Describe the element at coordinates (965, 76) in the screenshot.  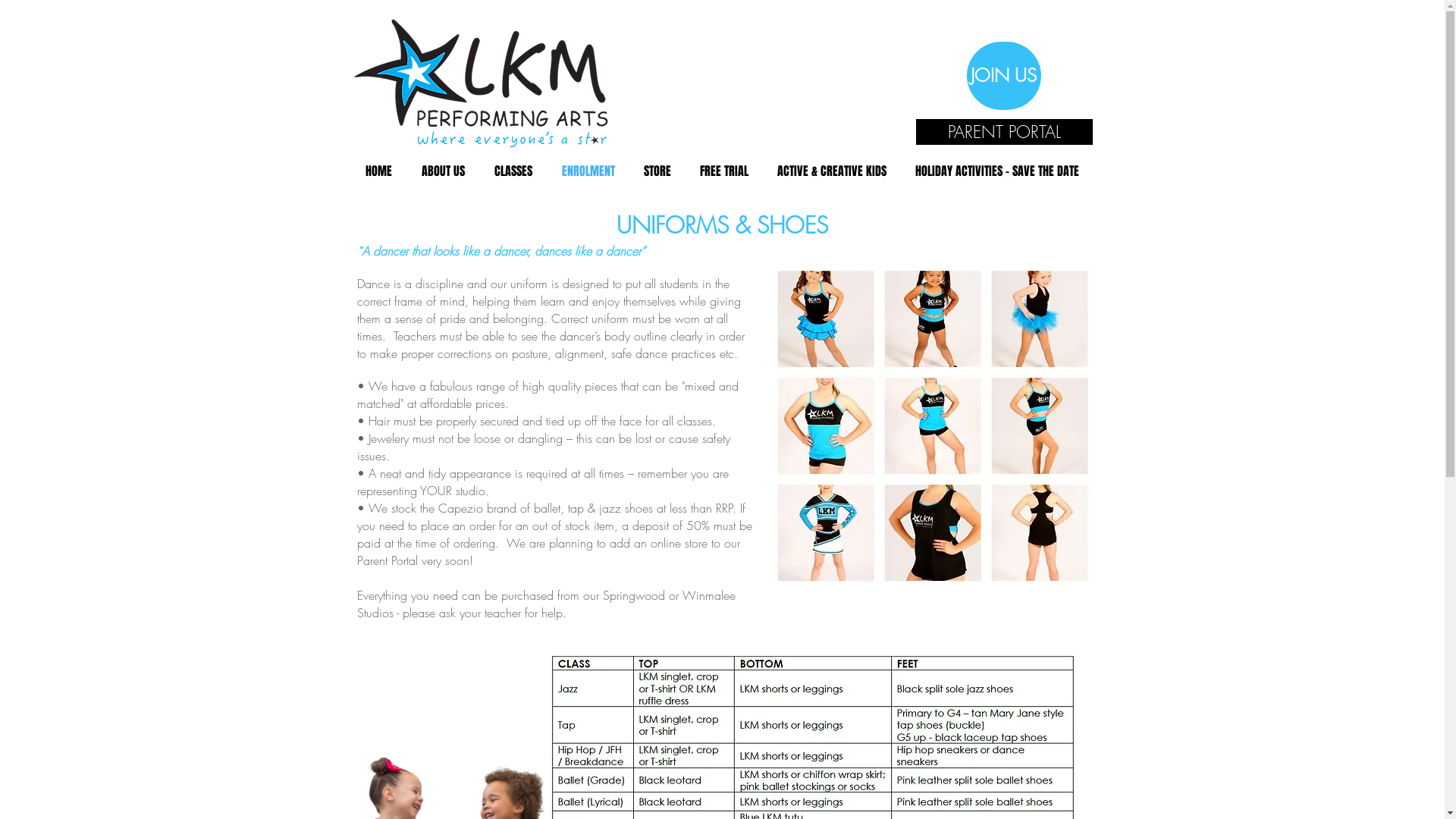
I see `'JOIN US'` at that location.